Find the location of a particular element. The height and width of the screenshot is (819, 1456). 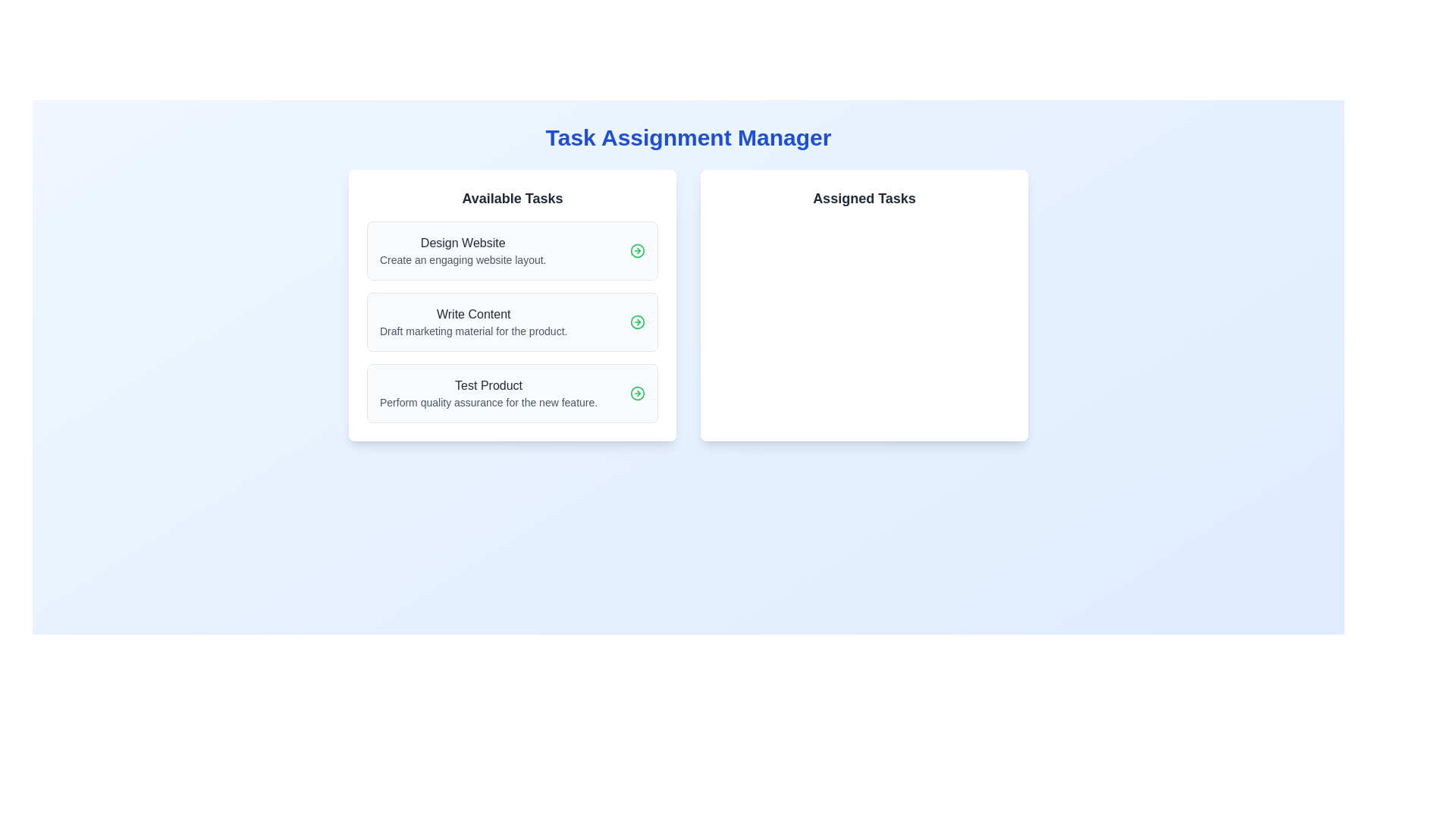

the interactive button with a right-pointing arrow icon enclosed in a green circle located in the top-right corner of the 'Design Website' task card in the left panel under 'Available Tasks' for visual feedback is located at coordinates (637, 250).